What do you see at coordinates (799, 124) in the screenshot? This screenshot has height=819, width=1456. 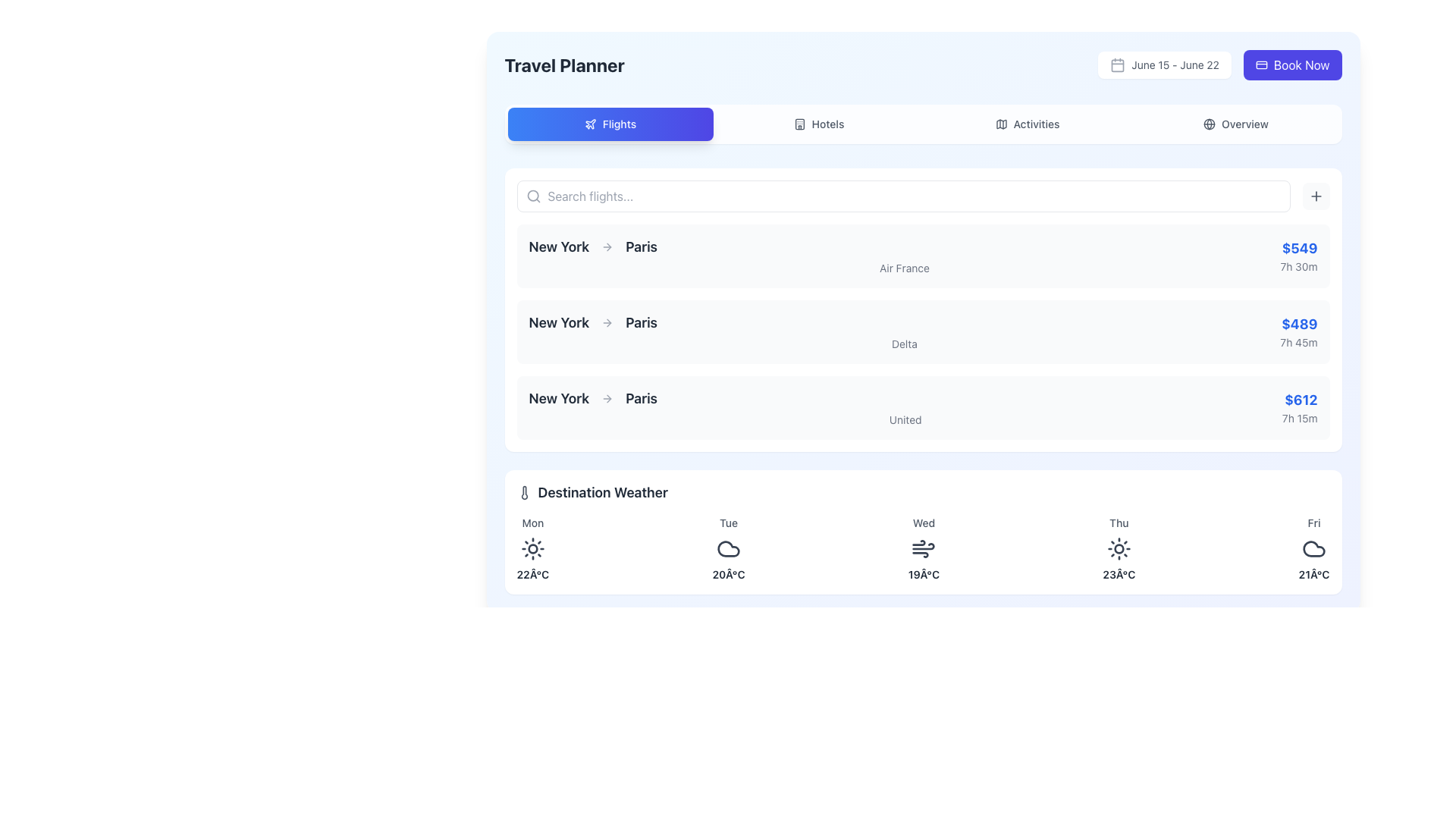 I see `the 'Hotels' button in the header navigation bar, which features a stylized building icon and a label 'Hotels'` at bounding box center [799, 124].